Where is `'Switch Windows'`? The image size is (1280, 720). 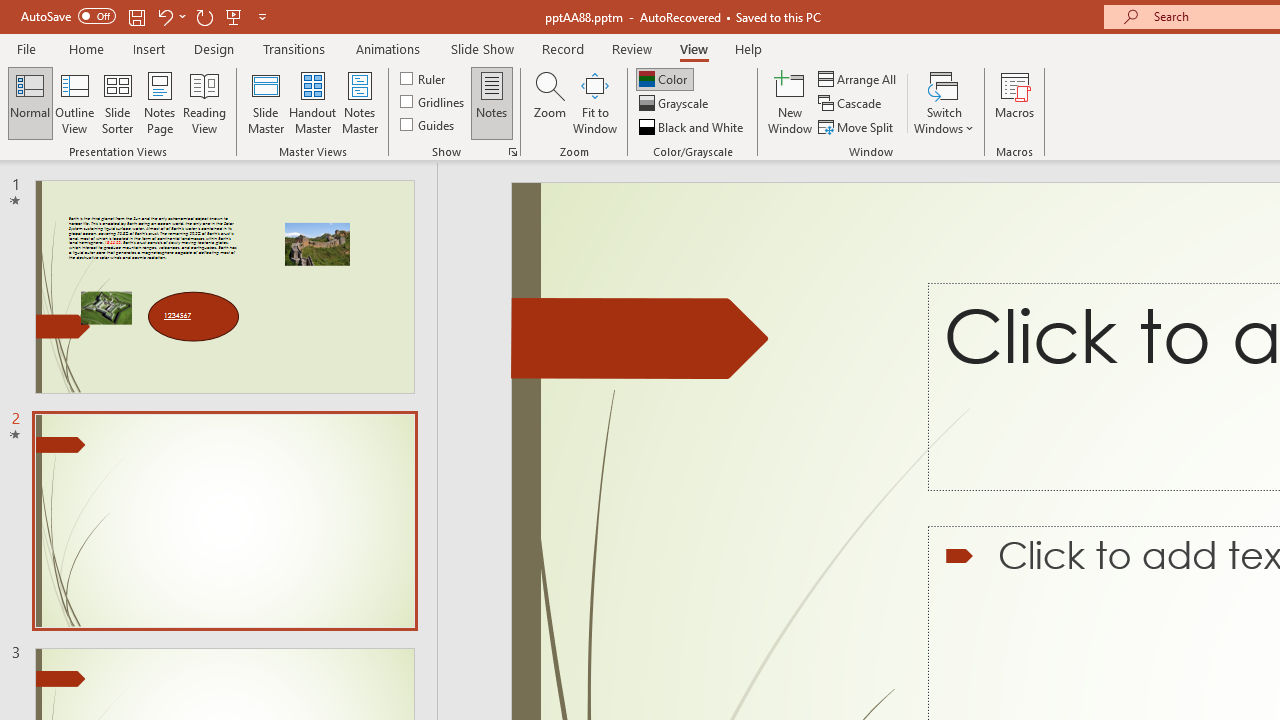 'Switch Windows' is located at coordinates (943, 103).